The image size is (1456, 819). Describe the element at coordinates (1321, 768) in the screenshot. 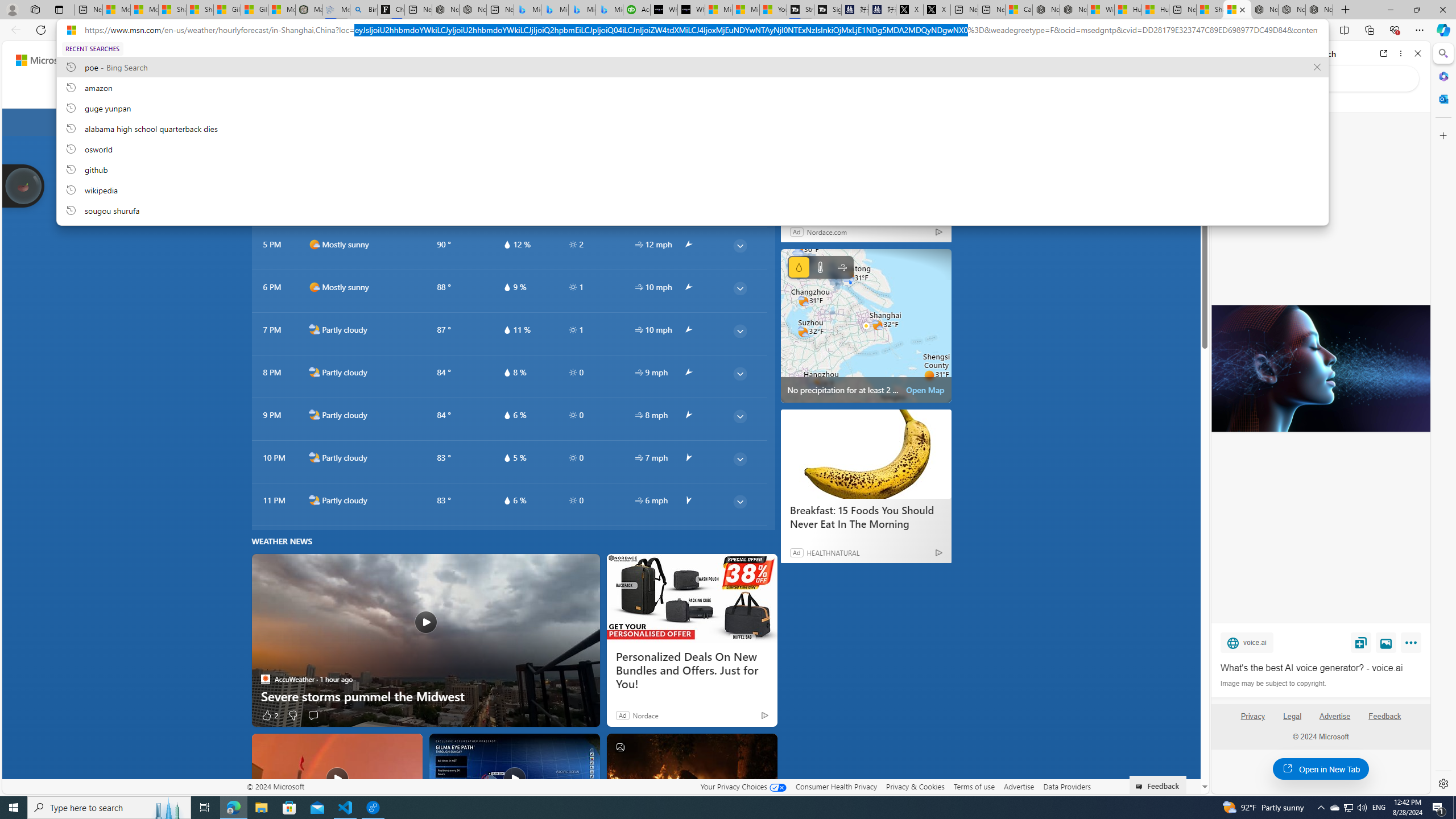

I see `'Open in New Tab'` at that location.